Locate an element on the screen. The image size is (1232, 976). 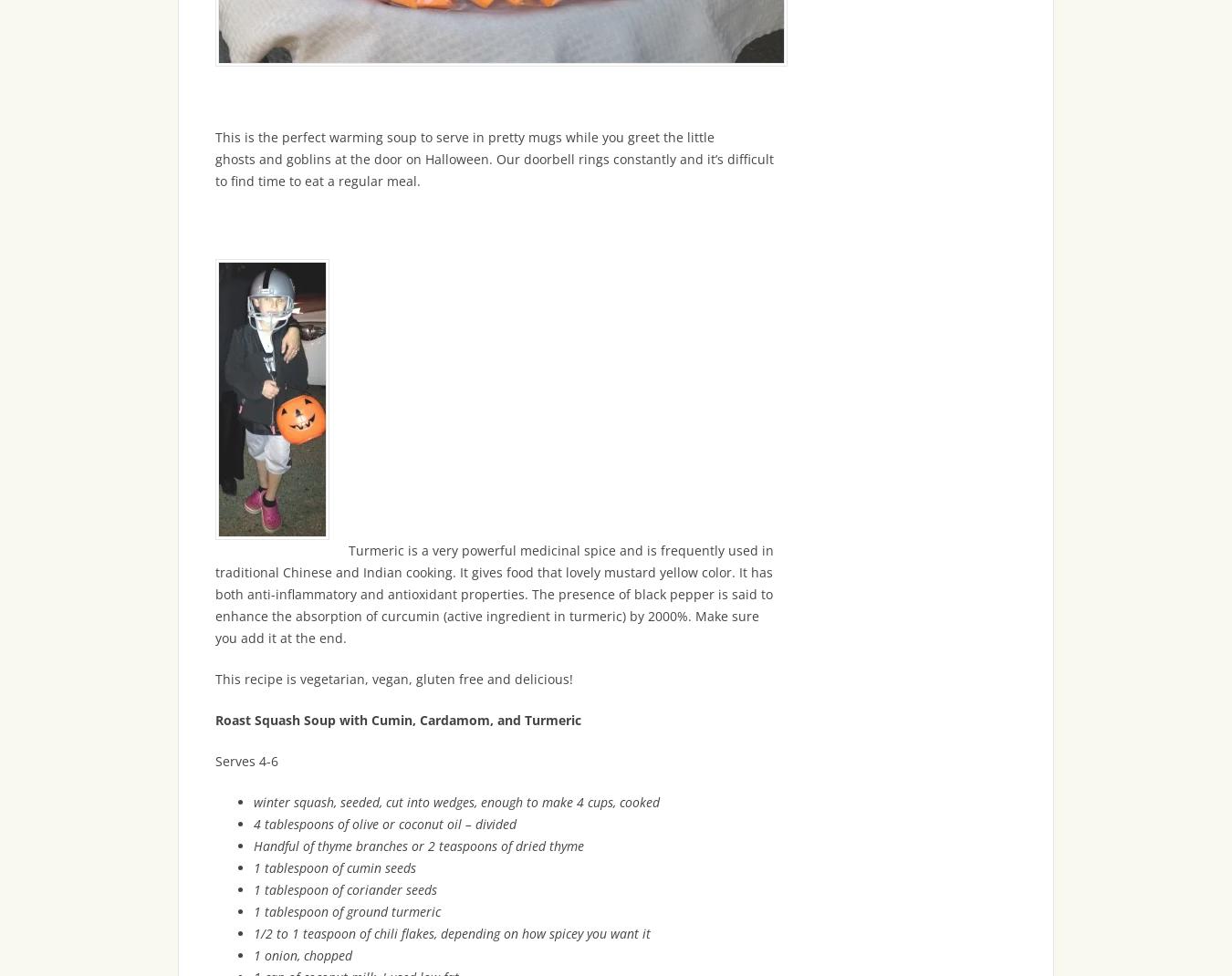
'This is the perfect warming soup to serve in pretty mugs while you greet the little ghosts and goblins at the door on Halloween. Our doorbell rings constantly and it’s difficult to find time to eat a regular meal.' is located at coordinates (494, 159).